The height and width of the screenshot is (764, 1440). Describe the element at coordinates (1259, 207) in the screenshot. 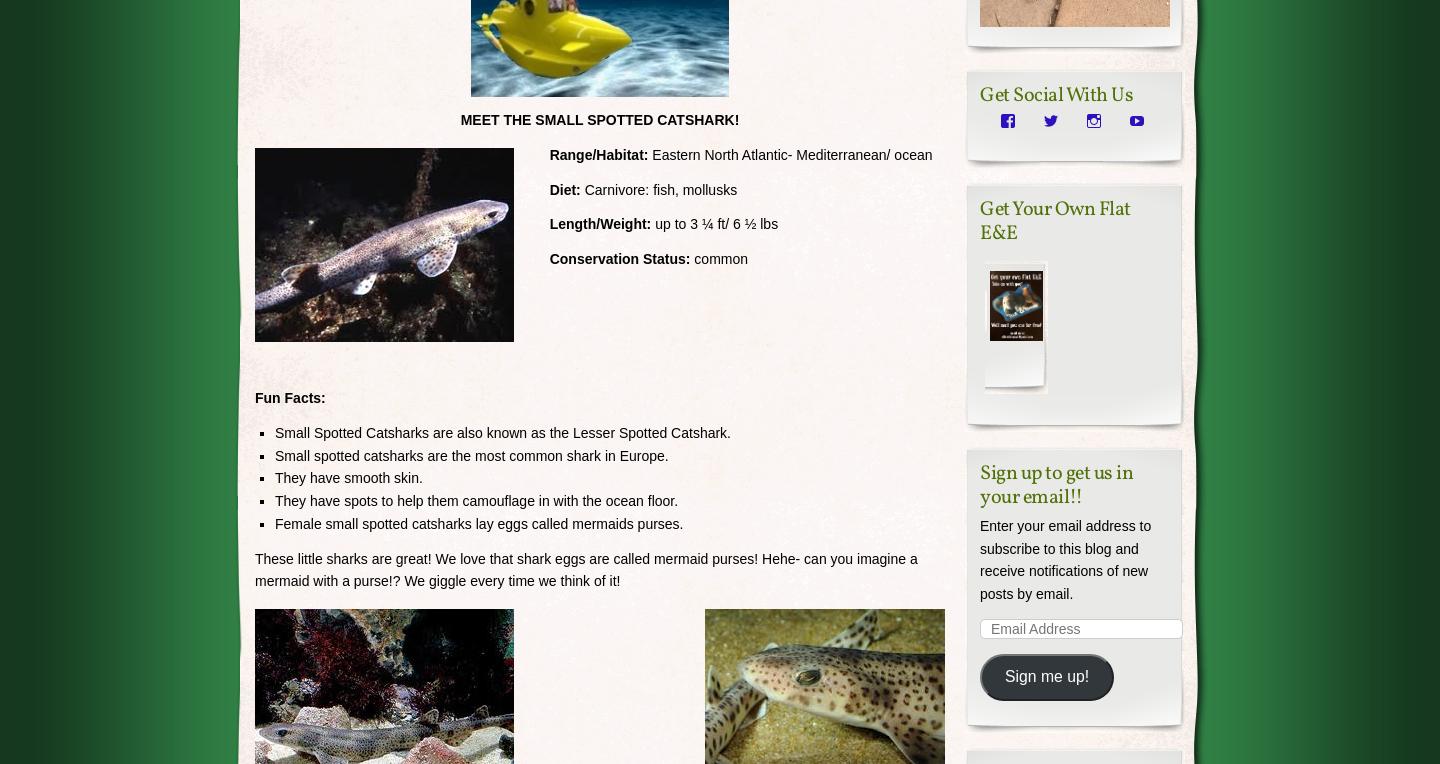

I see `'Comment'` at that location.